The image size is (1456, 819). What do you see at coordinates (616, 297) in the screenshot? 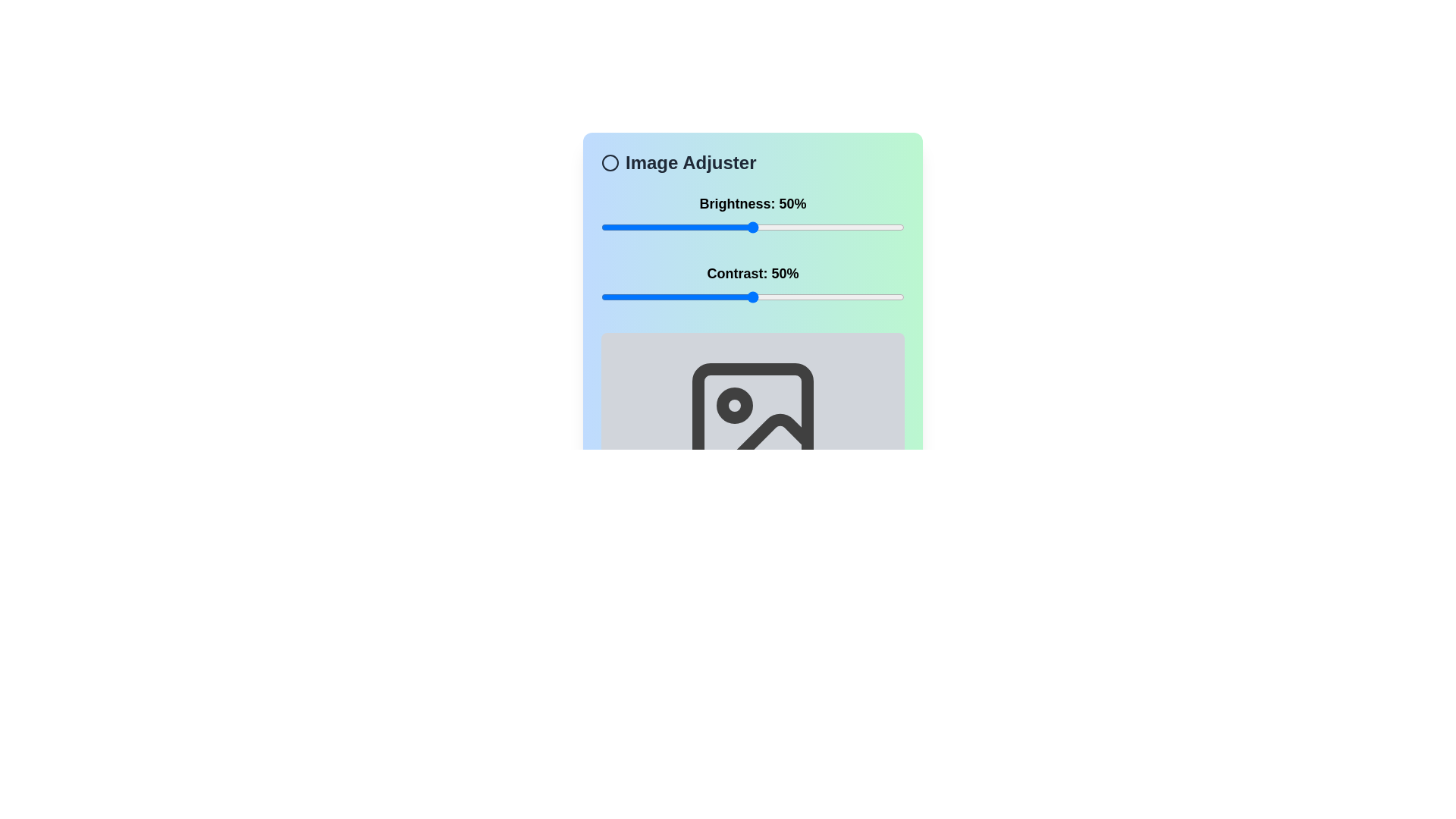
I see `the contrast slider to 5%` at bounding box center [616, 297].